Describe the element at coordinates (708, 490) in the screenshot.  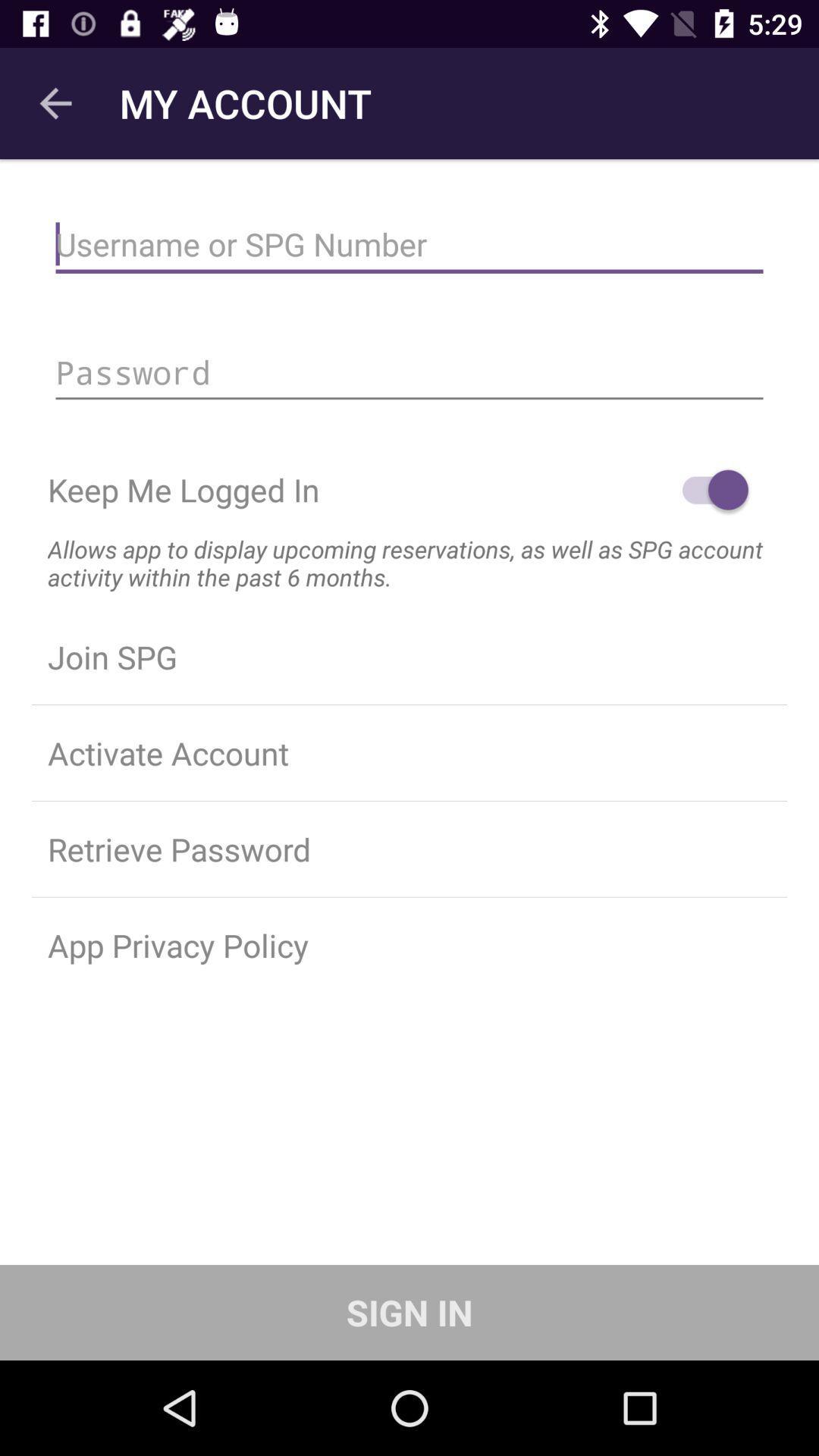
I see `keep logged in button` at that location.